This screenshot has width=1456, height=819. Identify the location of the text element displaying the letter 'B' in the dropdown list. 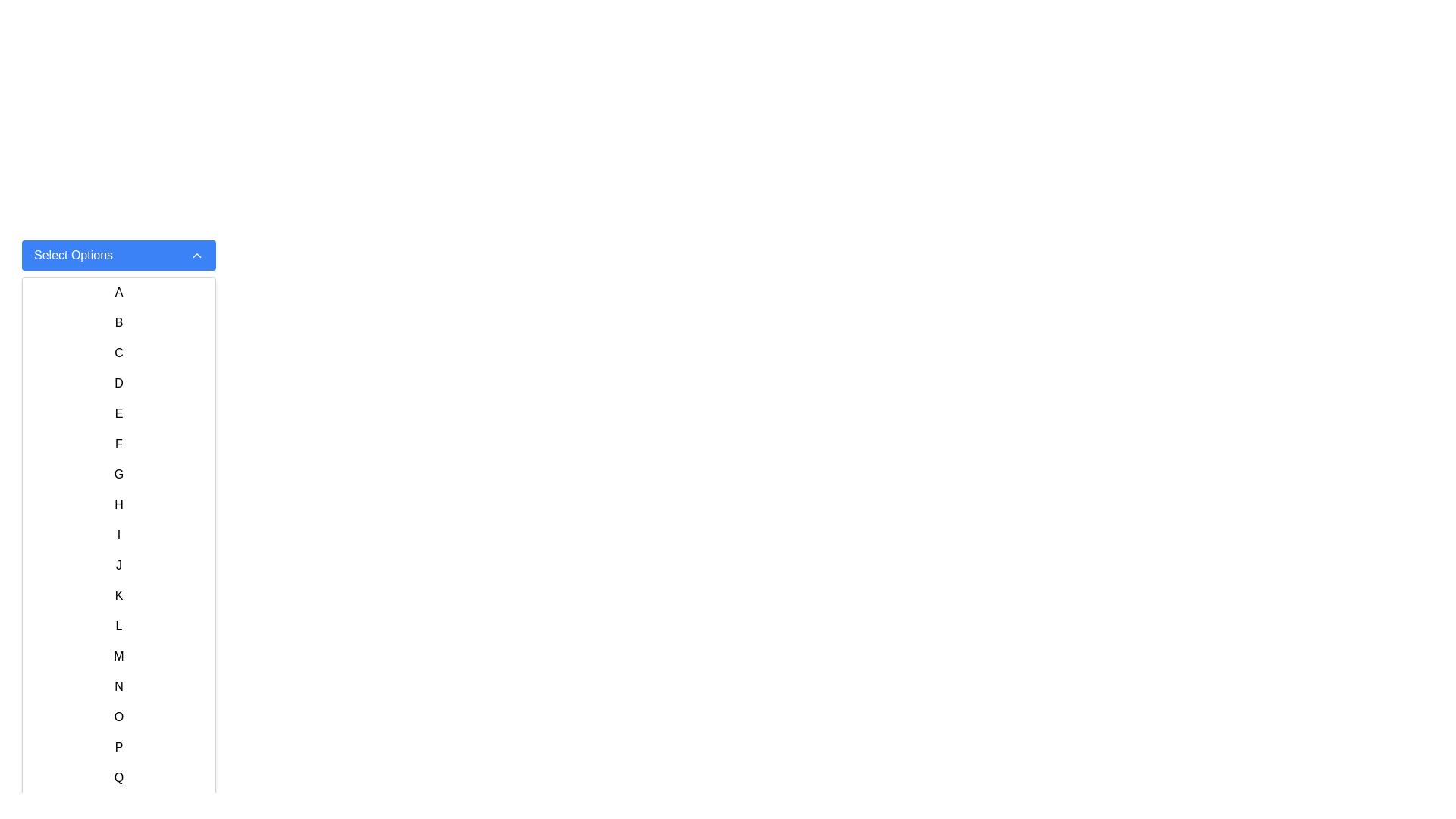
(118, 322).